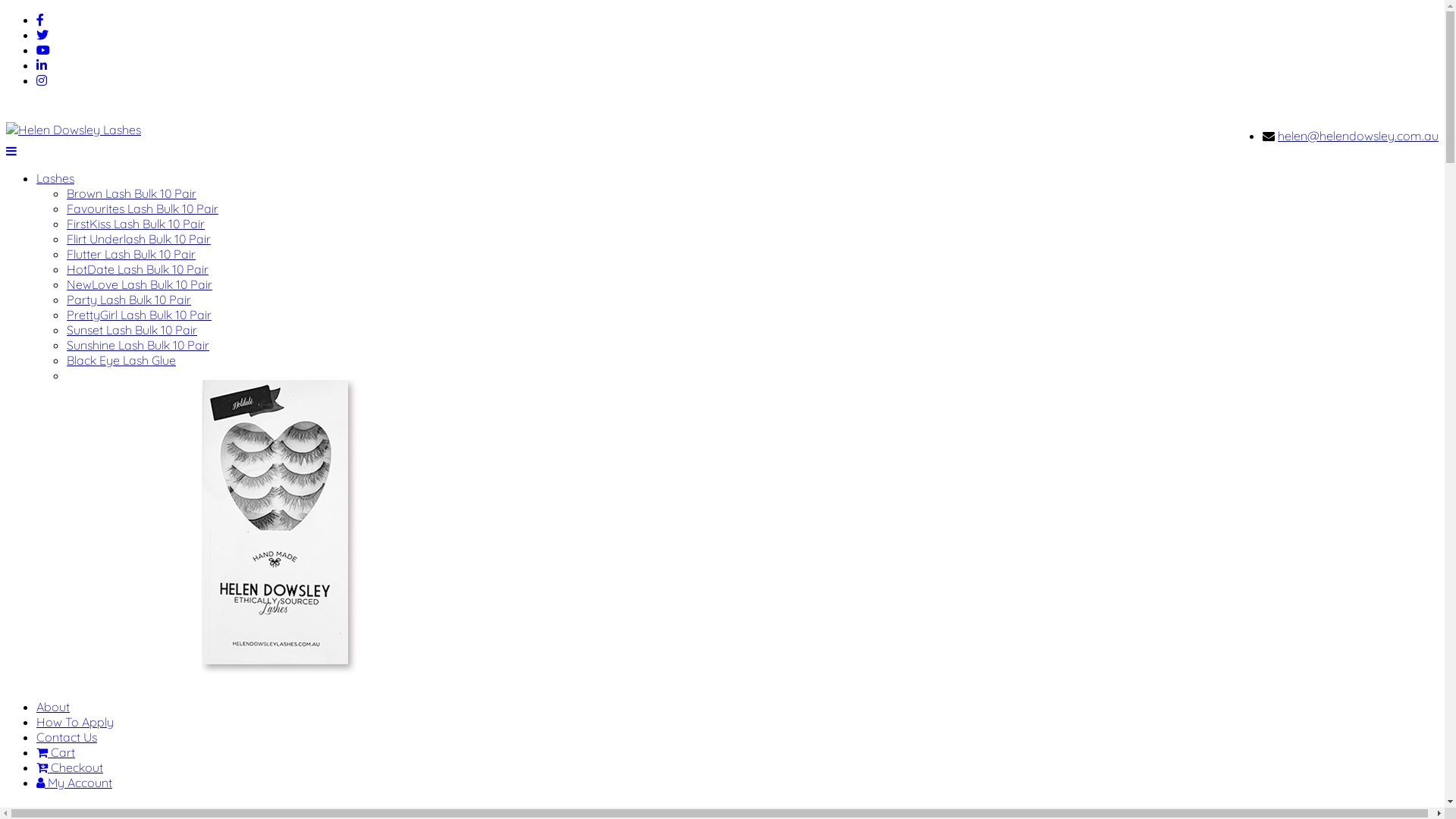 The image size is (1456, 819). Describe the element at coordinates (142, 208) in the screenshot. I see `'Favourites Lash Bulk 10 Pair'` at that location.